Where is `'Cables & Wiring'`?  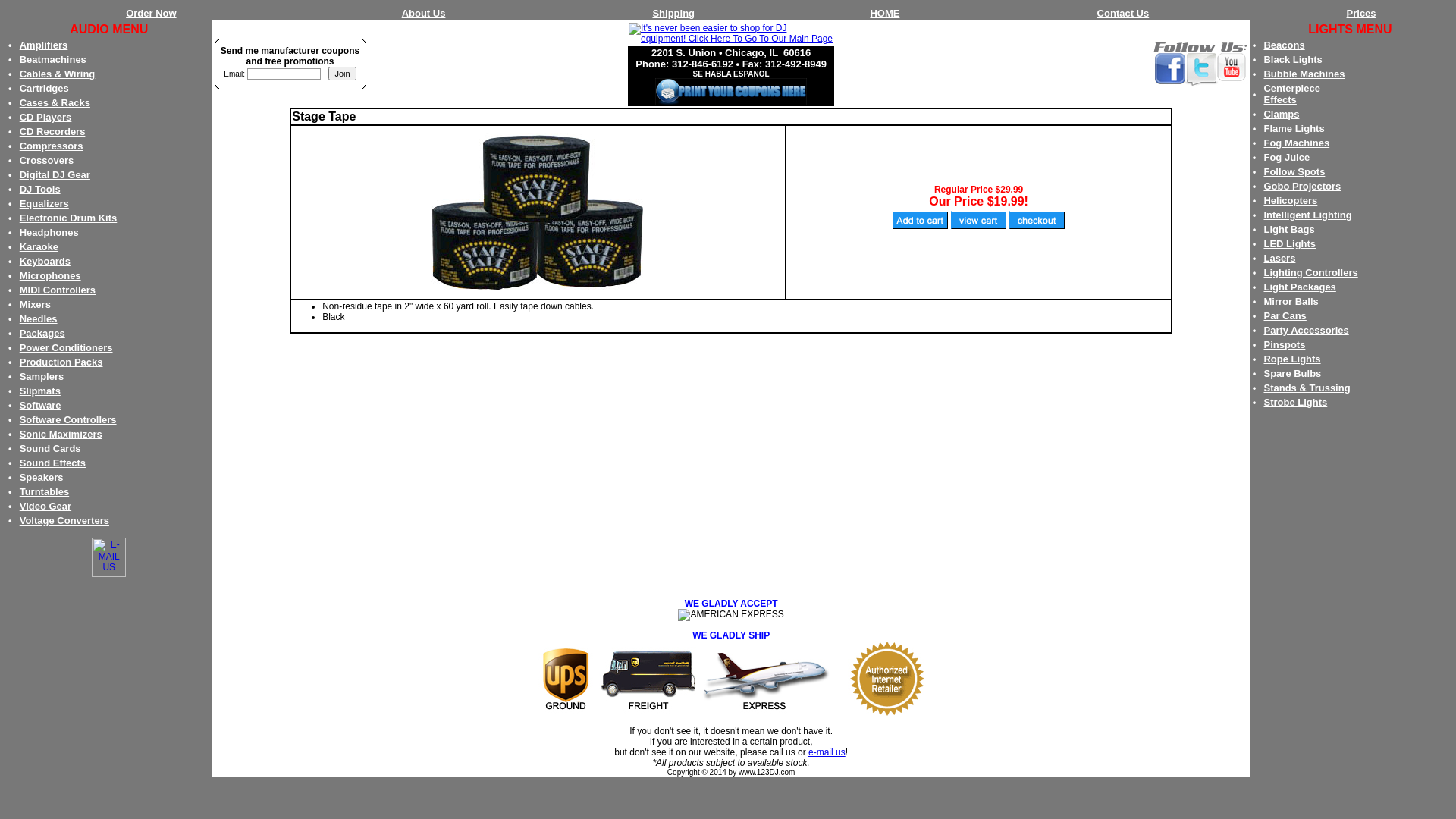 'Cables & Wiring' is located at coordinates (58, 74).